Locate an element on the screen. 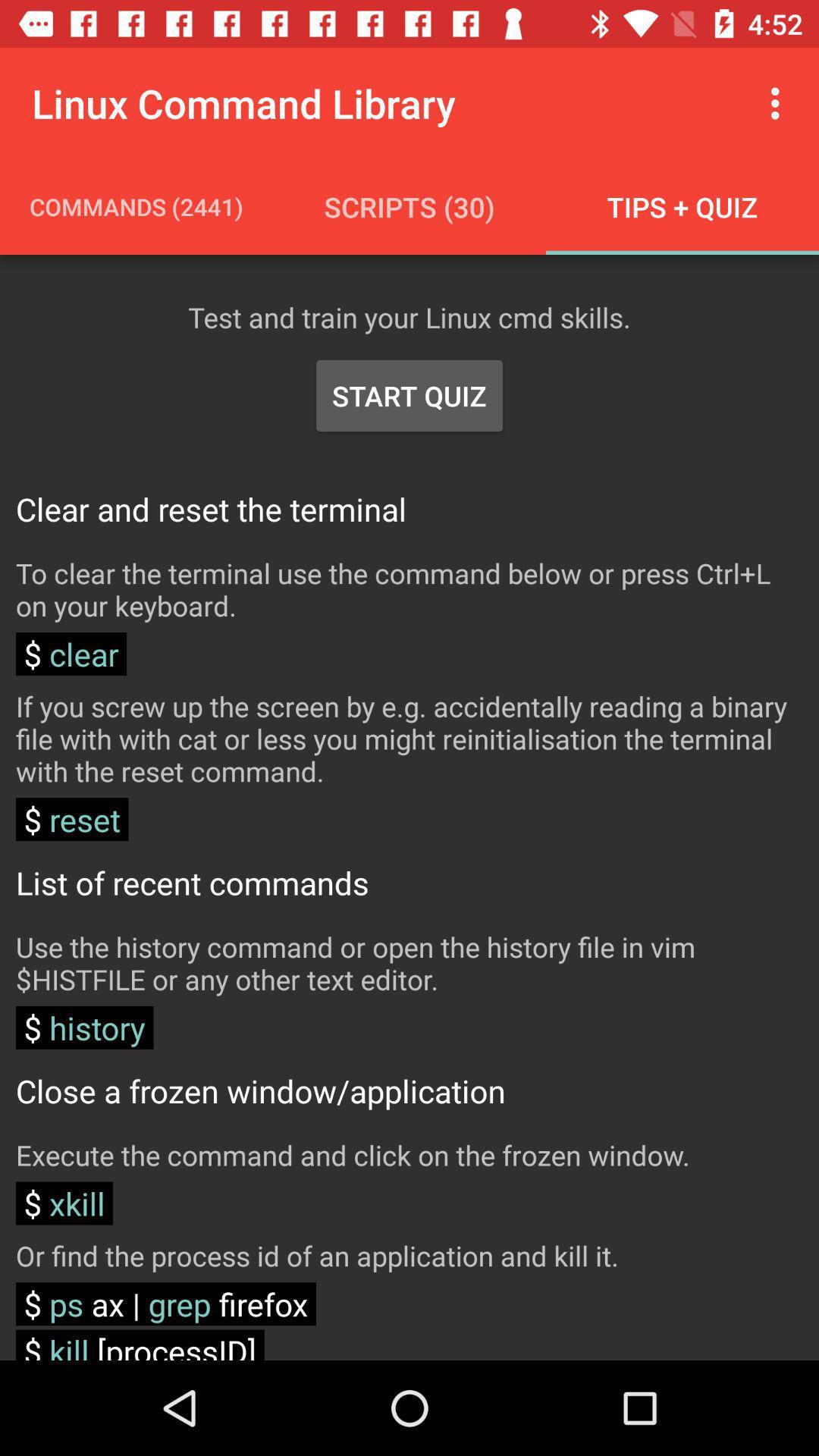 The image size is (819, 1456). icon above tips + quiz is located at coordinates (779, 102).